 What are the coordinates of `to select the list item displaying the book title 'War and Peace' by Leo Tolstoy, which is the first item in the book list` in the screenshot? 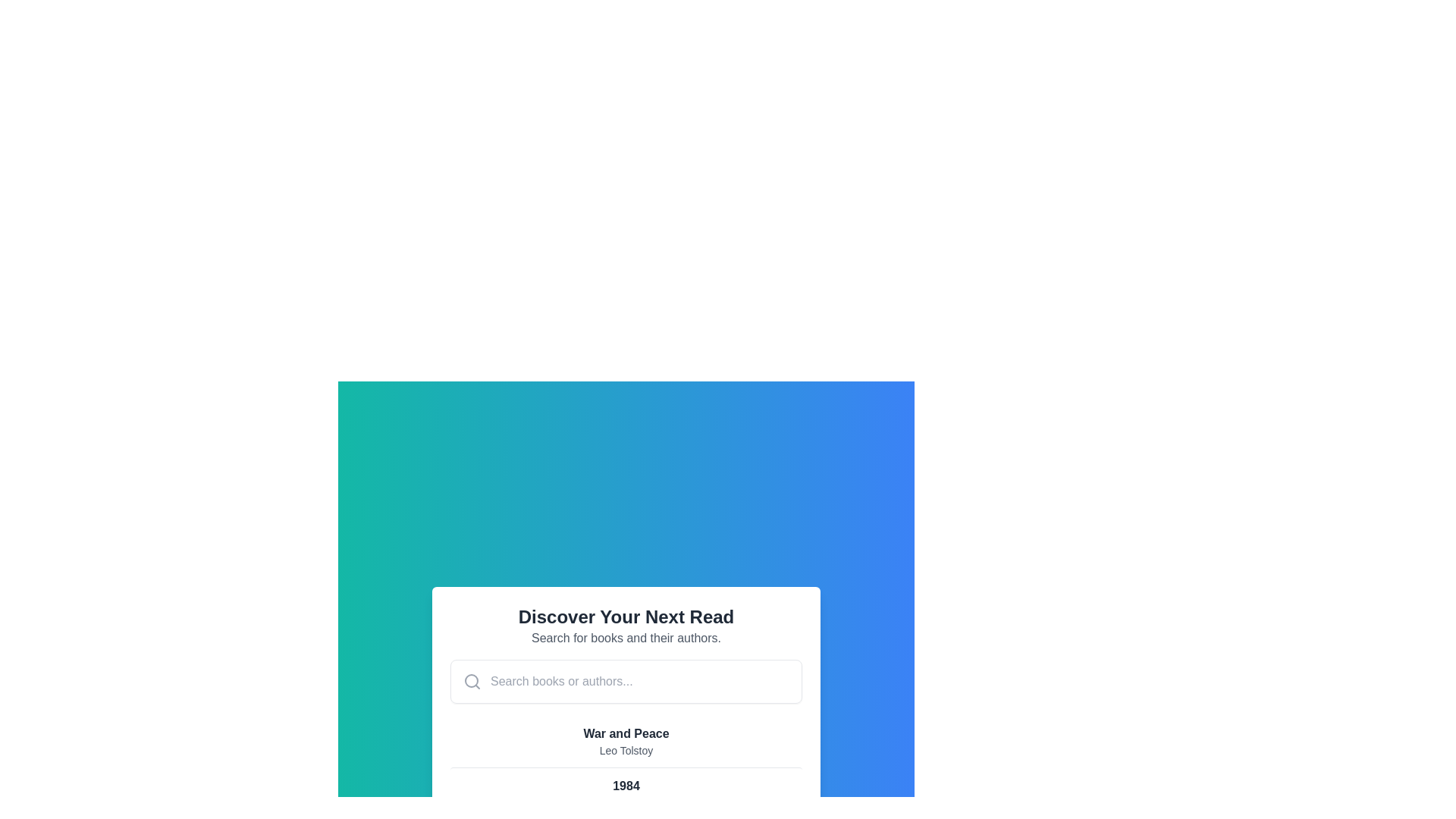 It's located at (626, 741).